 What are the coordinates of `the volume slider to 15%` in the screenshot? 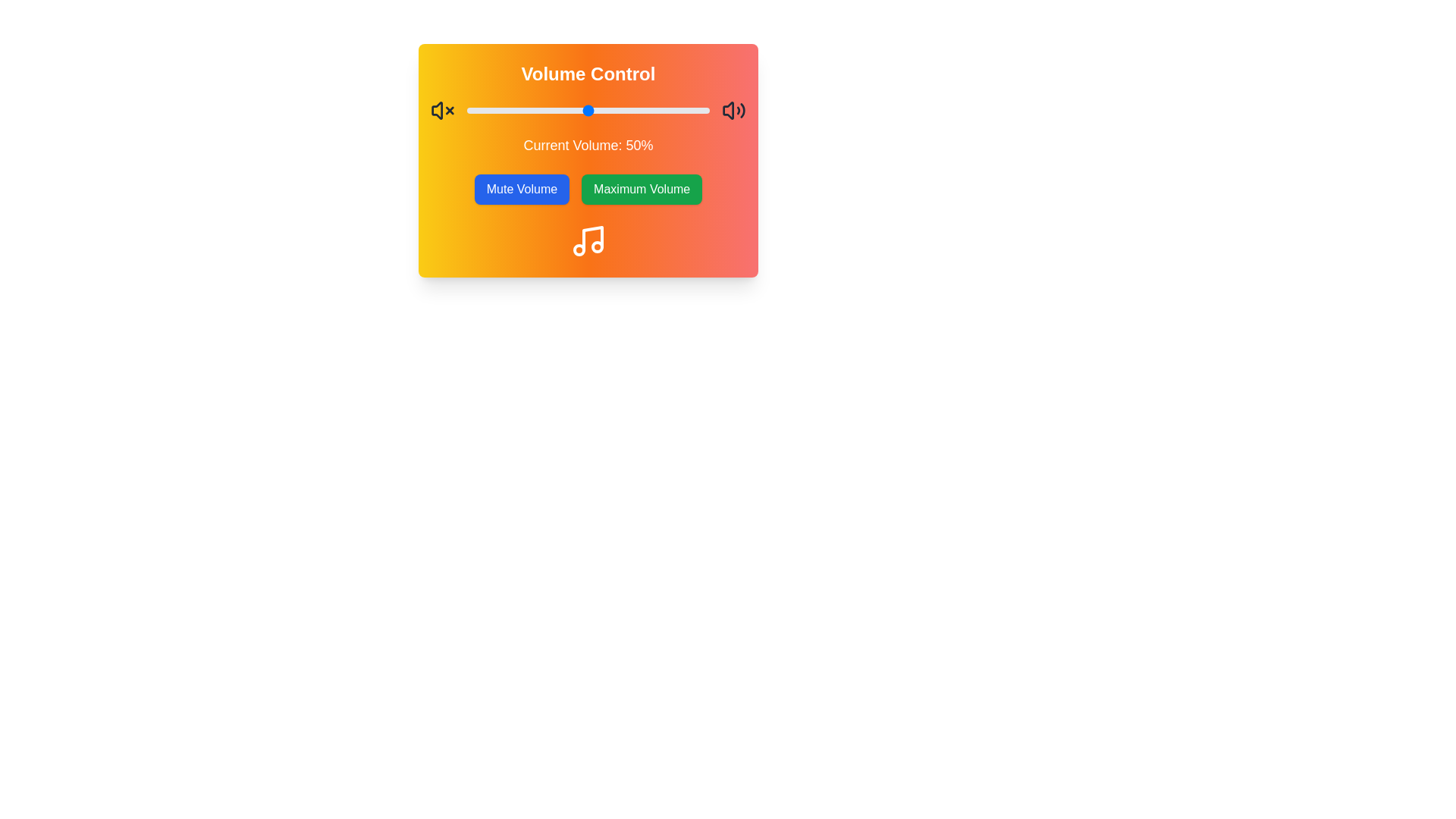 It's located at (503, 110).